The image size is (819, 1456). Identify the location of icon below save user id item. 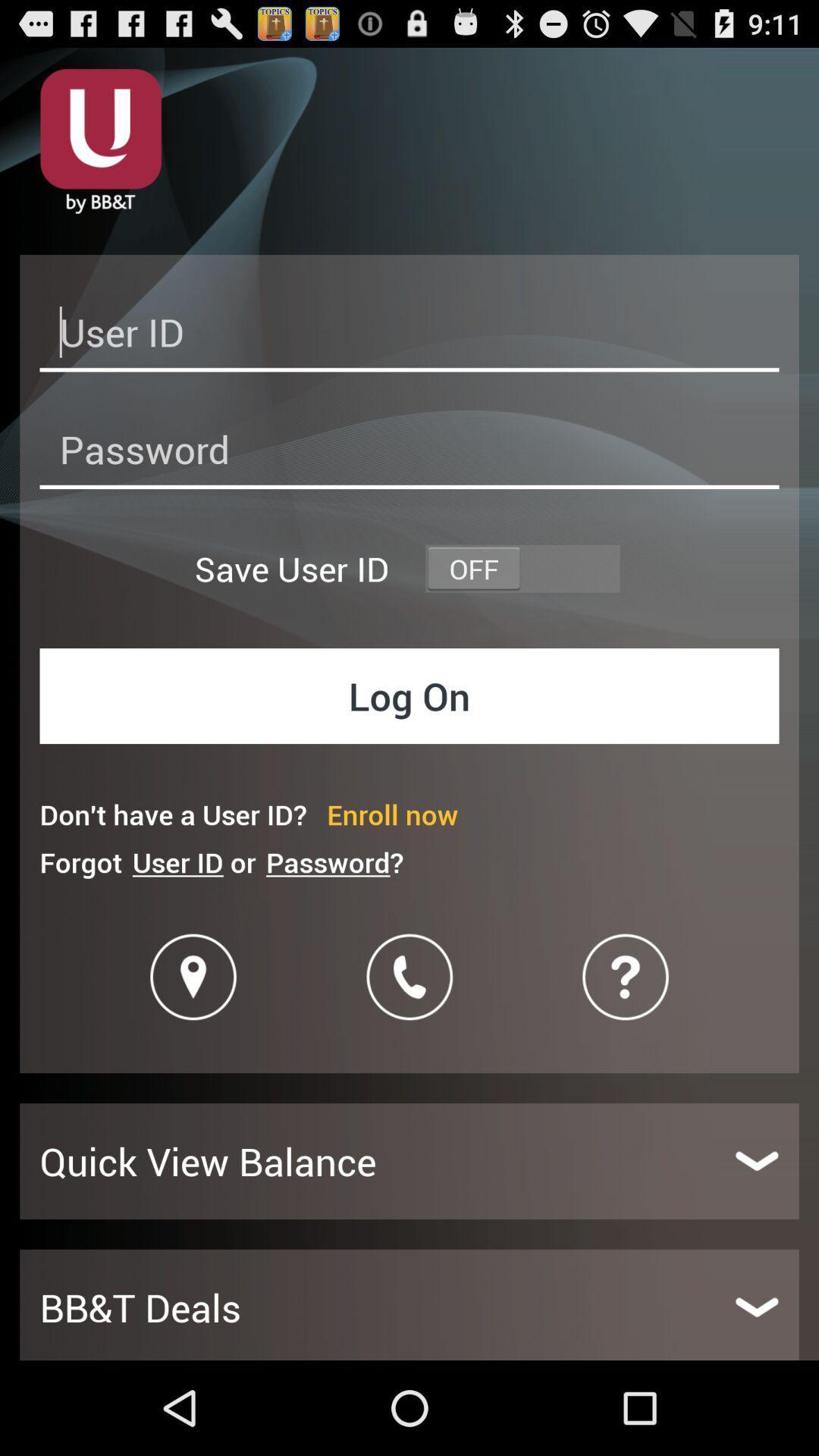
(409, 695).